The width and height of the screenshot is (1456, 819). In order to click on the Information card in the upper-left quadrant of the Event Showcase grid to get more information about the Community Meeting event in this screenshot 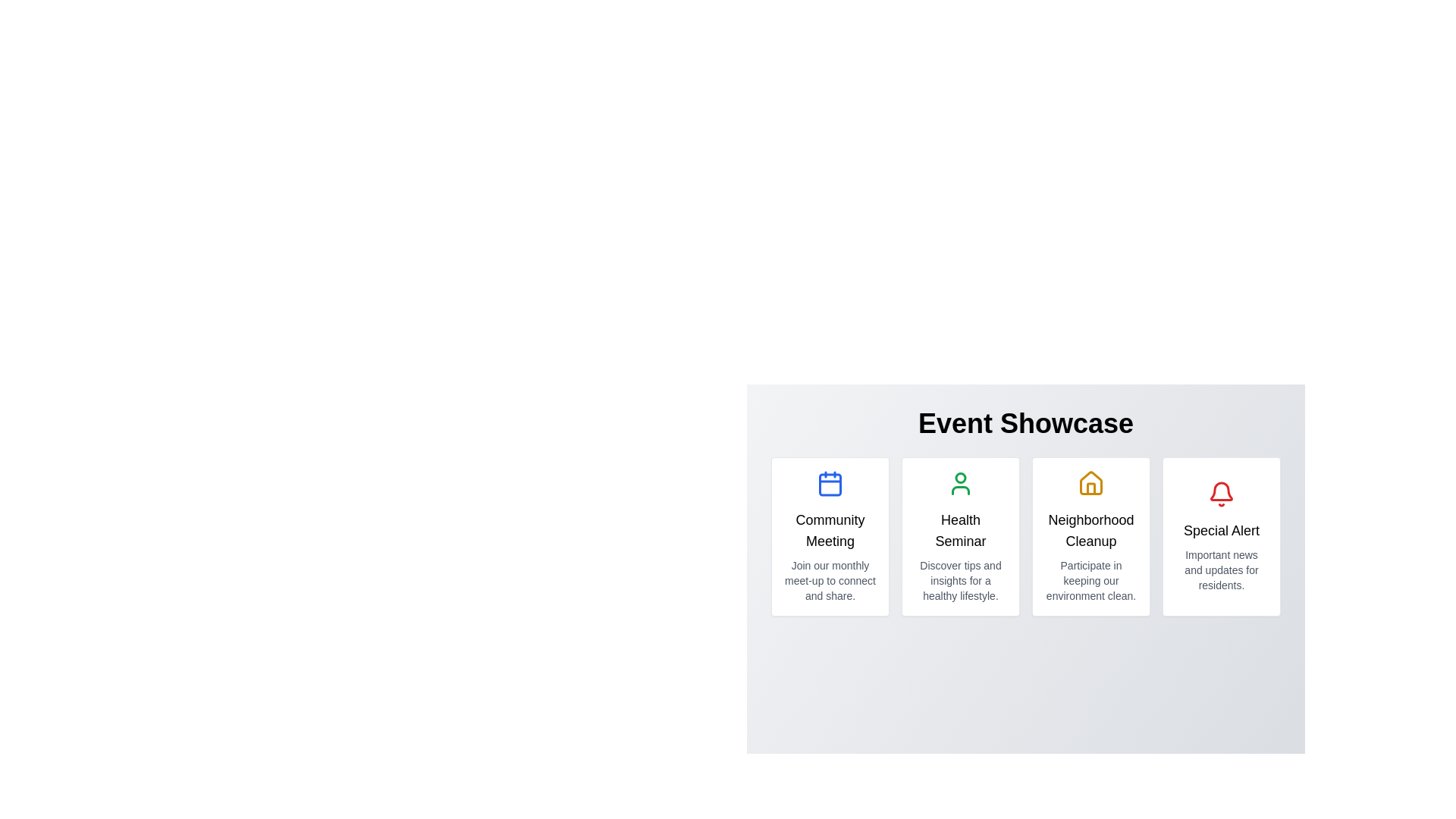, I will do `click(829, 536)`.